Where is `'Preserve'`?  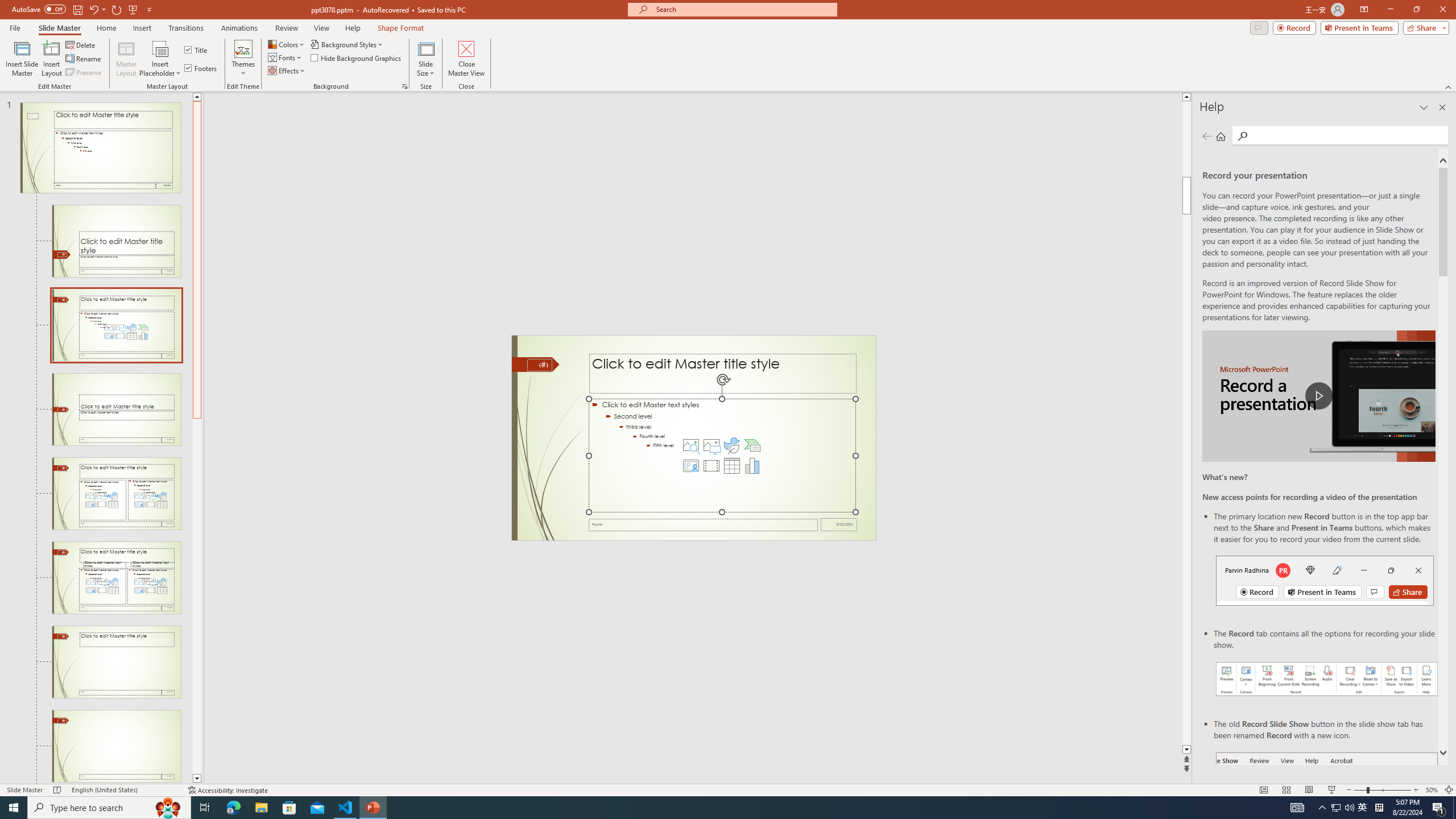 'Preserve' is located at coordinates (84, 72).